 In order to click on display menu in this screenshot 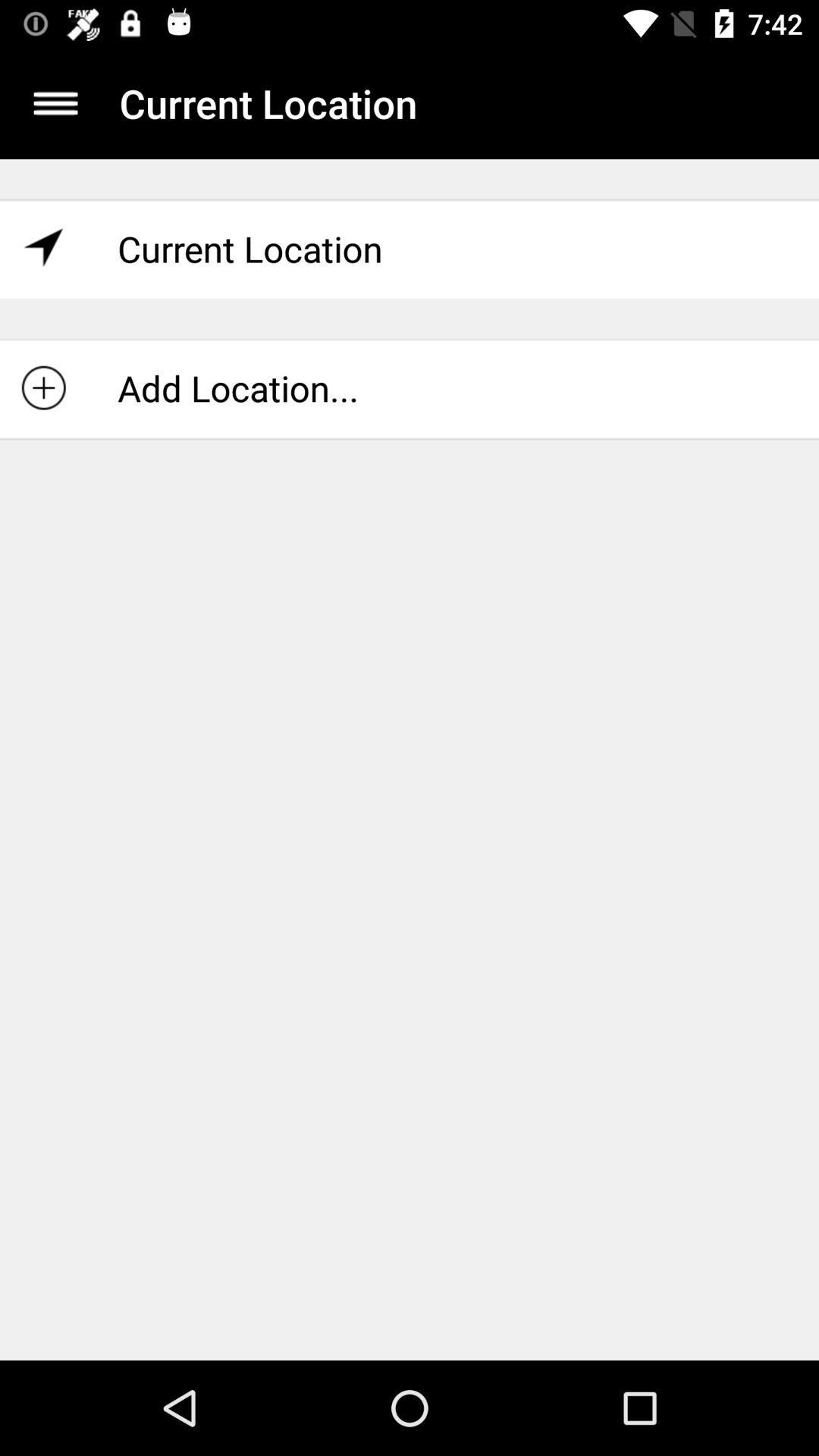, I will do `click(55, 102)`.